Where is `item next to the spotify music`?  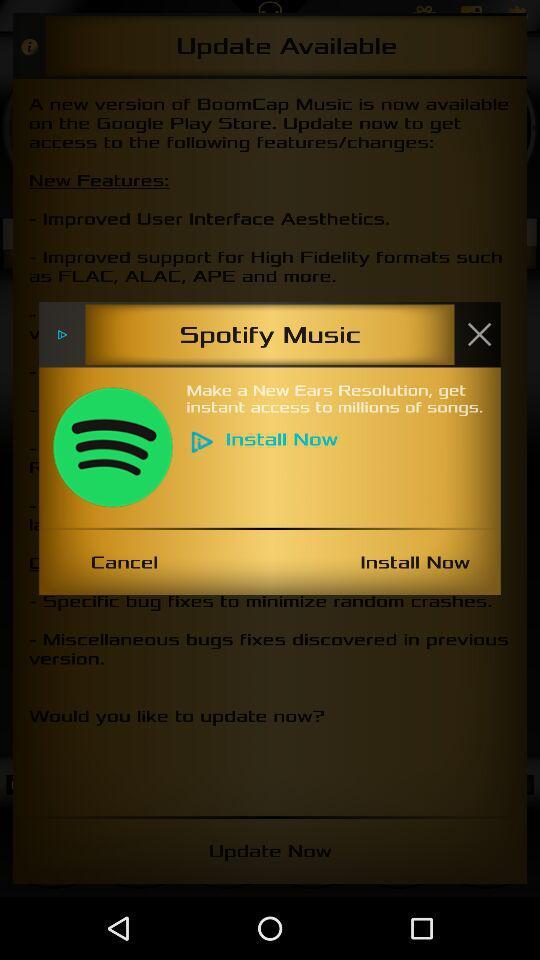 item next to the spotify music is located at coordinates (478, 334).